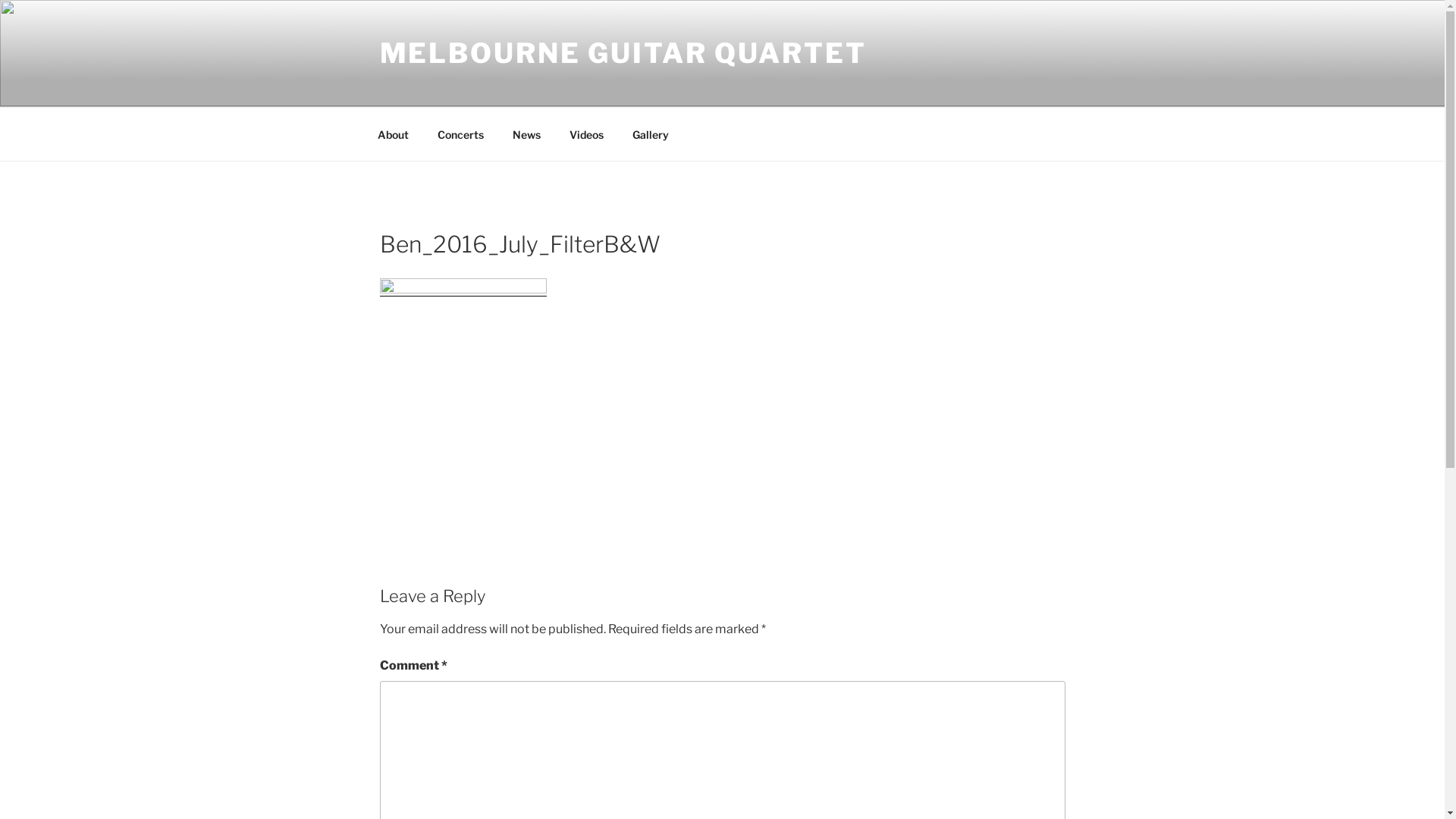  What do you see at coordinates (393, 133) in the screenshot?
I see `'About'` at bounding box center [393, 133].